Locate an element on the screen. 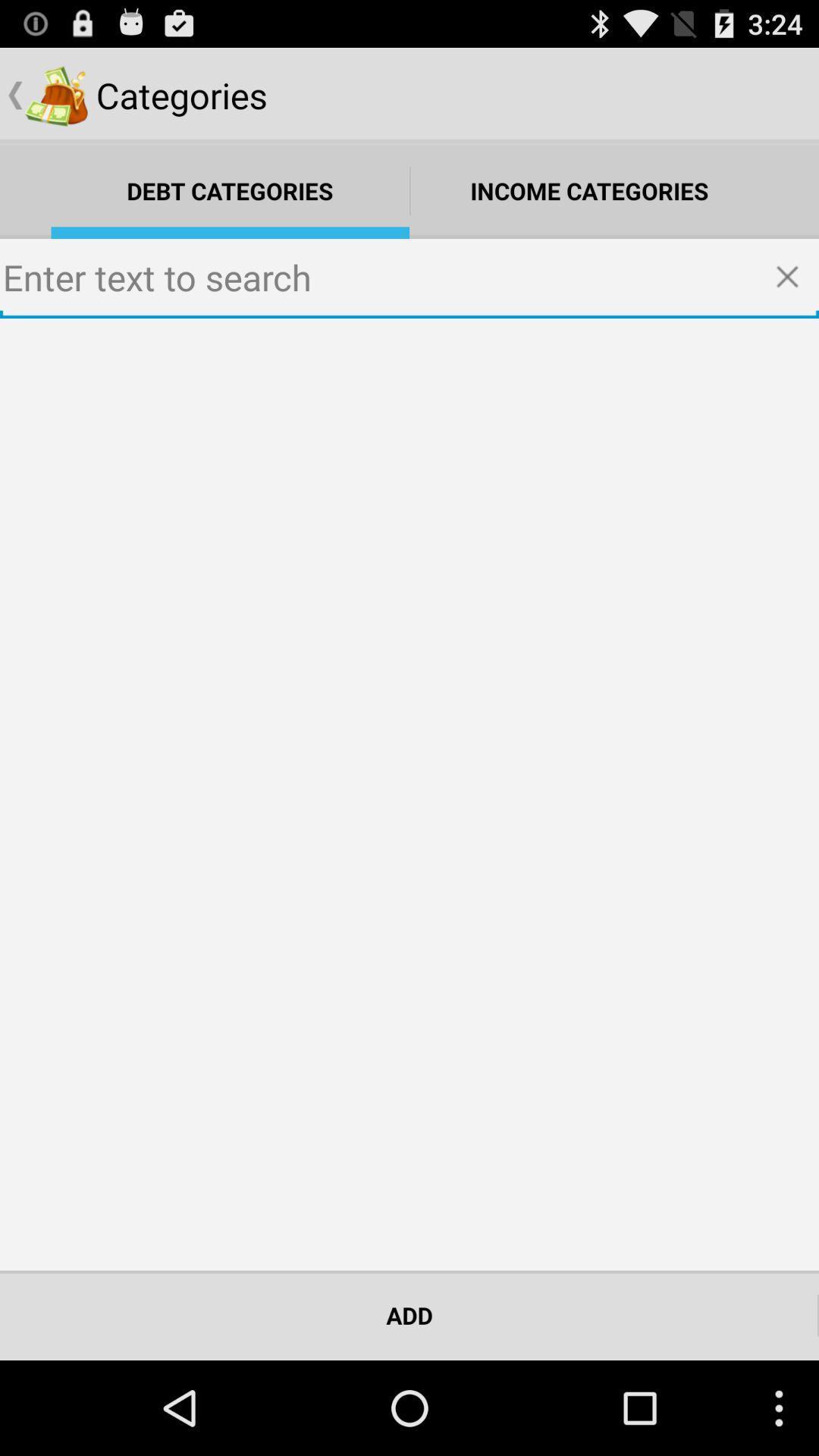 The width and height of the screenshot is (819, 1456). the add button is located at coordinates (409, 1314).